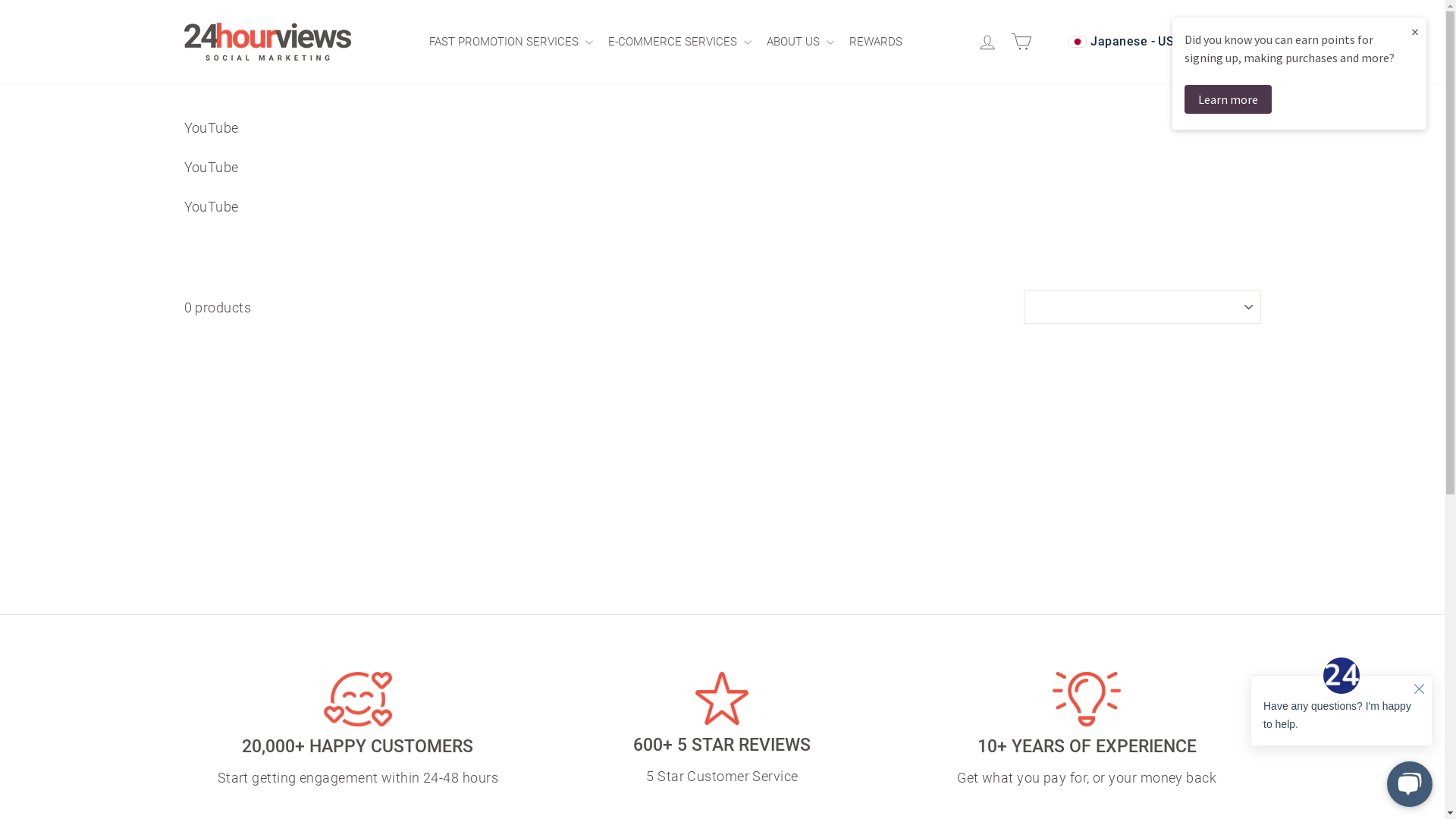 This screenshot has height=819, width=1456. I want to click on 'CART', so click(1024, 41).